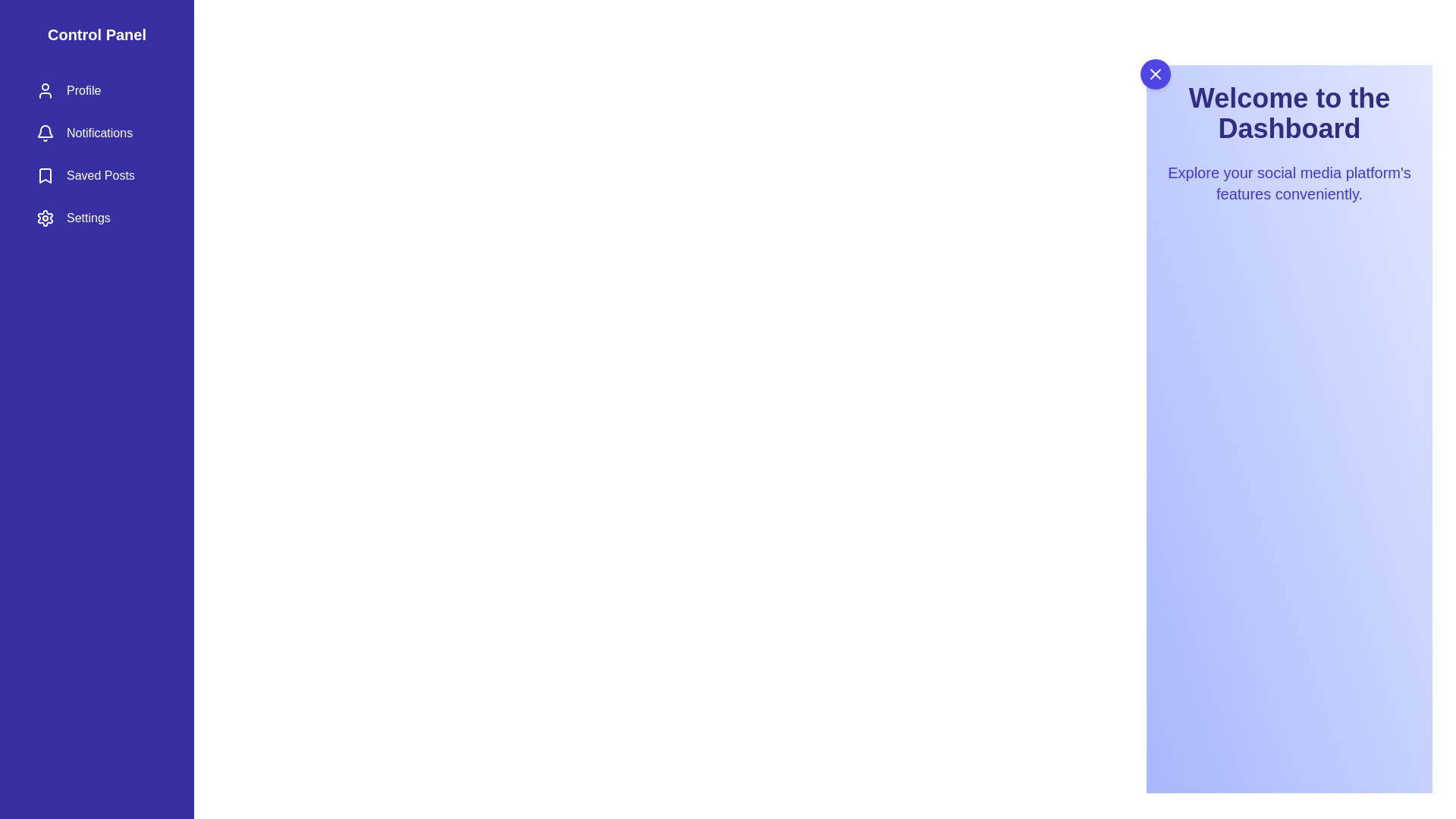 The width and height of the screenshot is (1456, 819). What do you see at coordinates (1154, 74) in the screenshot?
I see `the toggle button to change the visibility of the side drawer` at bounding box center [1154, 74].